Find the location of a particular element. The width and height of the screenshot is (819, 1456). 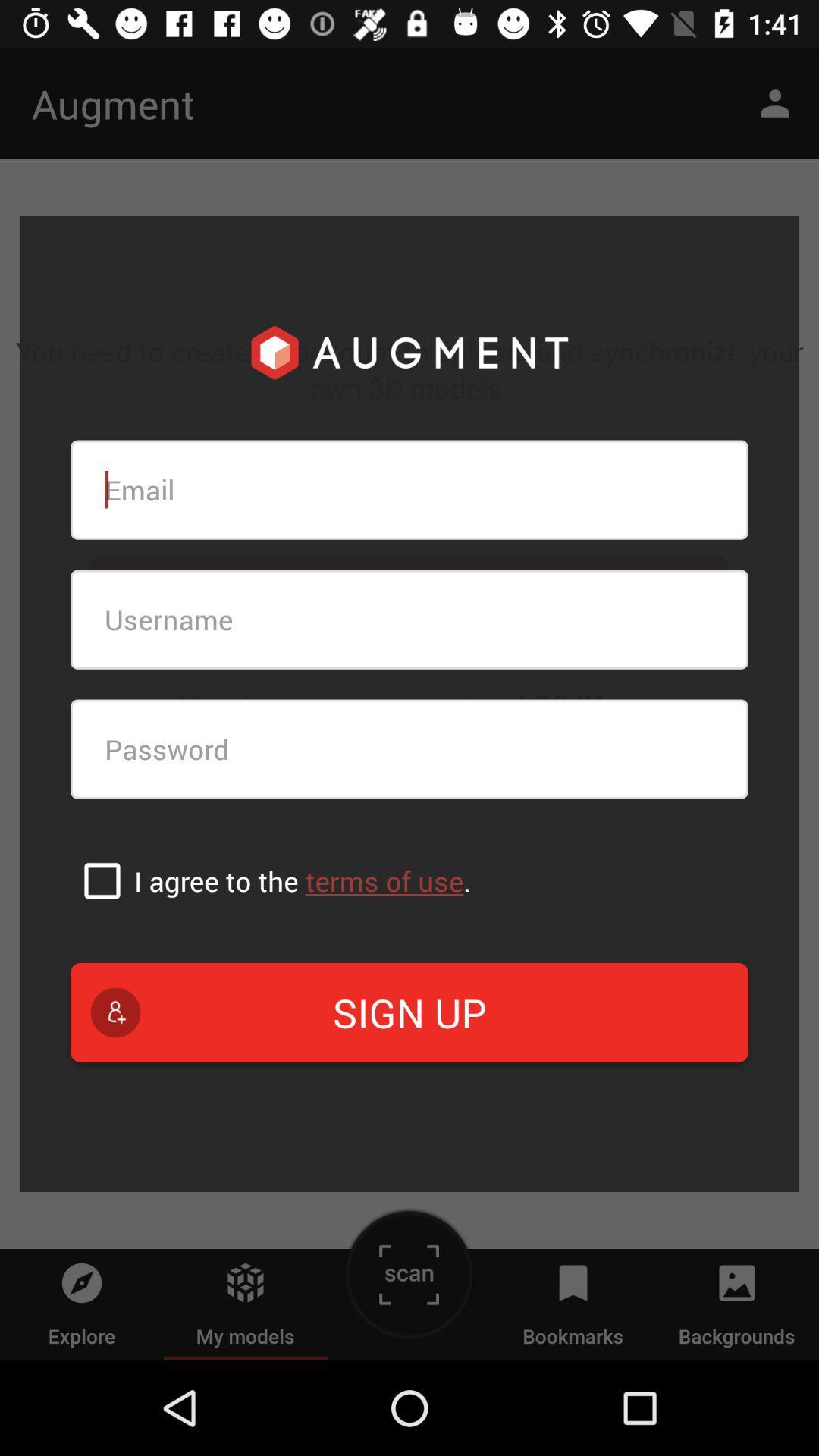

username is located at coordinates (409, 620).